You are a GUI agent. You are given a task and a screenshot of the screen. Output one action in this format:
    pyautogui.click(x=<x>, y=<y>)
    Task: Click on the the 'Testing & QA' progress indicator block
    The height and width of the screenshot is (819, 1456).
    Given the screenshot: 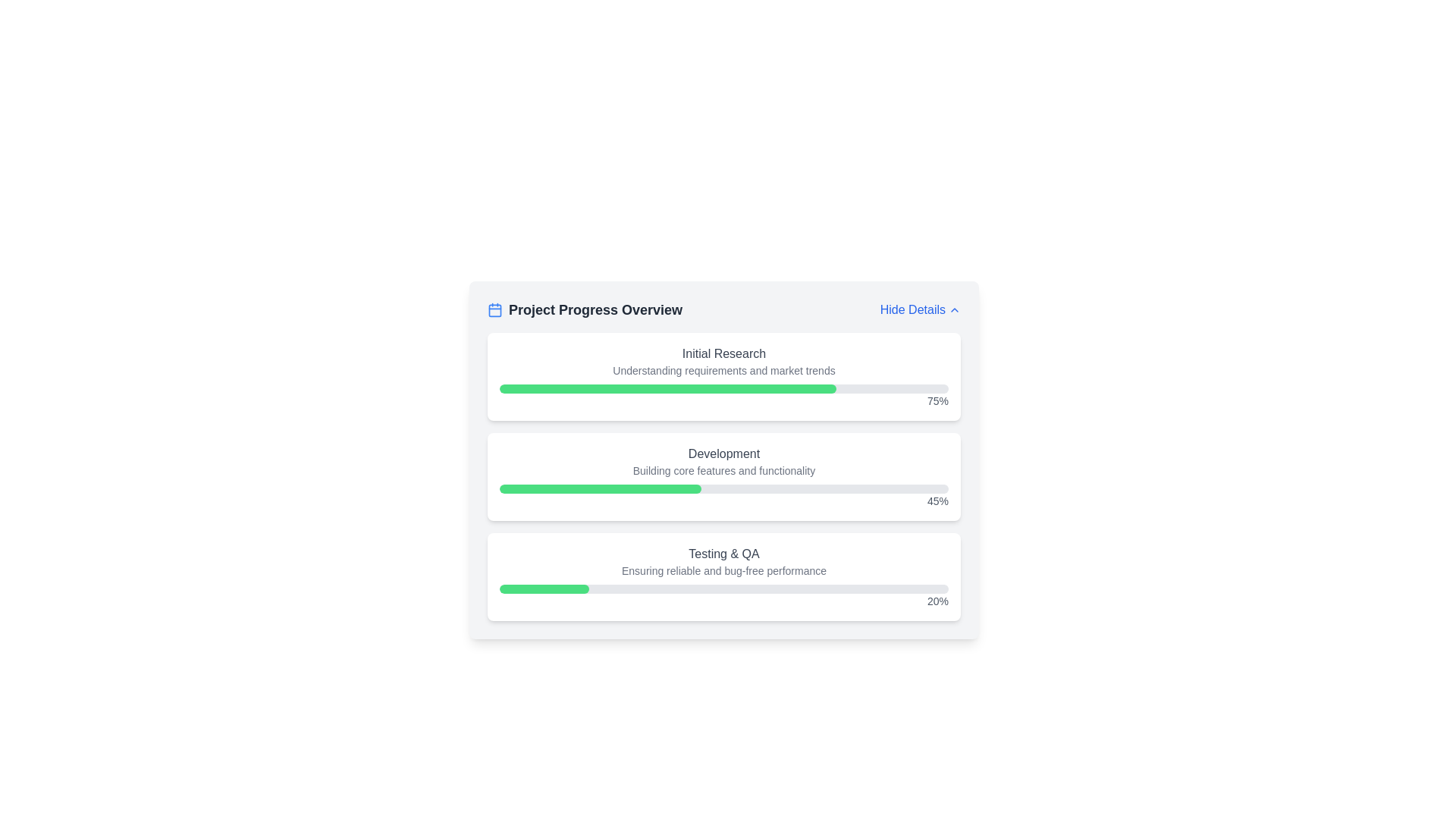 What is the action you would take?
    pyautogui.click(x=723, y=576)
    